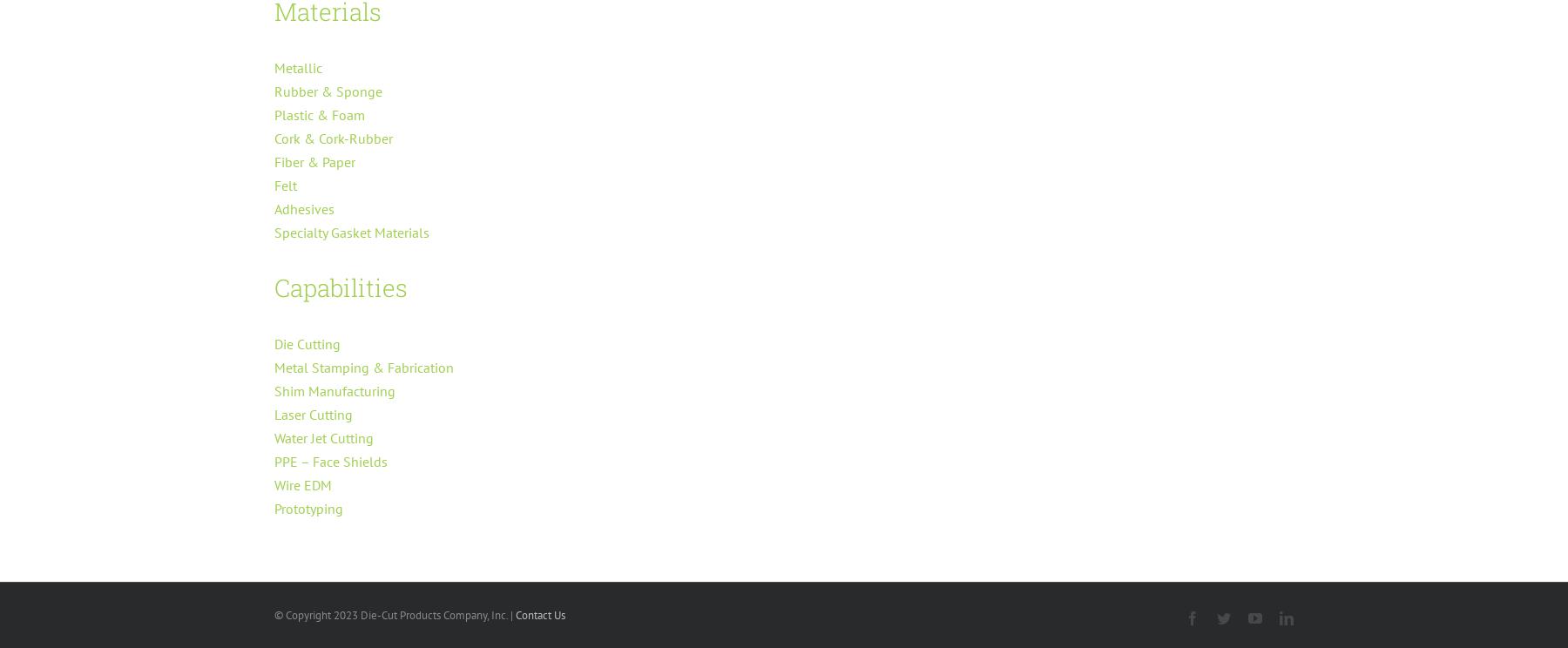  I want to click on 'Felt', so click(284, 184).